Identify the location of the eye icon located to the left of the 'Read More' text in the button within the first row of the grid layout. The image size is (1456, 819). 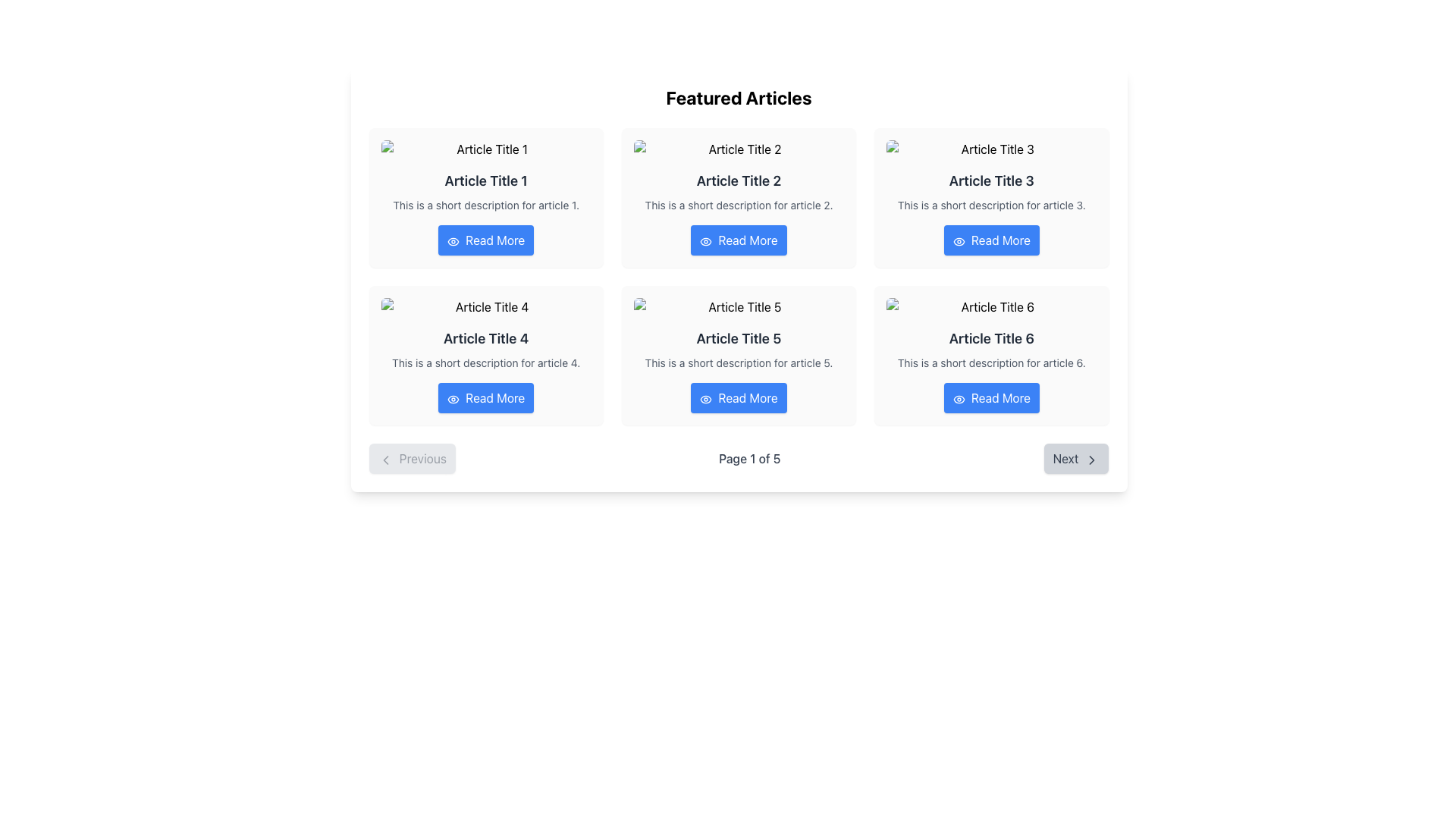
(705, 240).